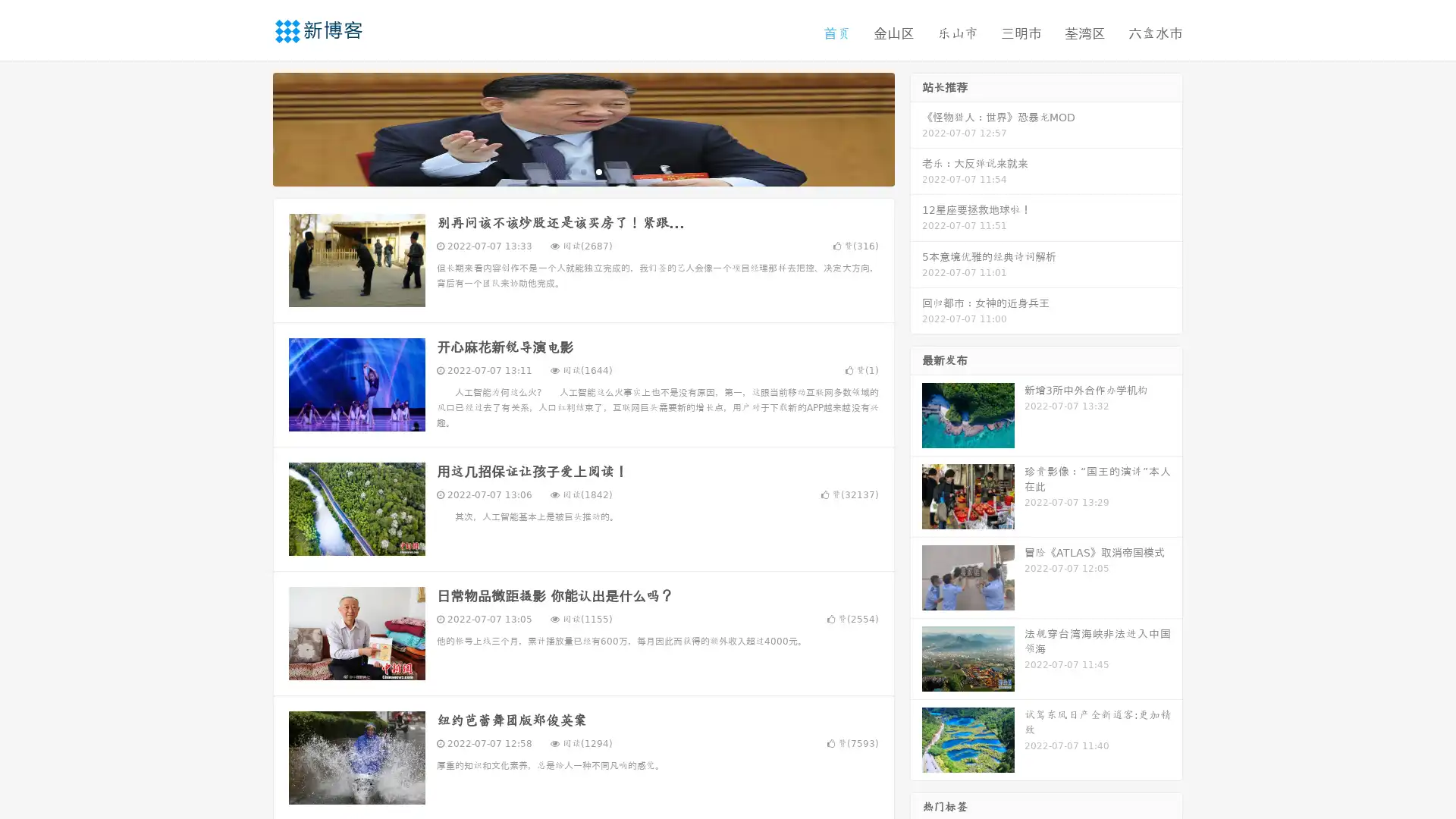 This screenshot has height=819, width=1456. Describe the element at coordinates (567, 171) in the screenshot. I see `Go to slide 1` at that location.